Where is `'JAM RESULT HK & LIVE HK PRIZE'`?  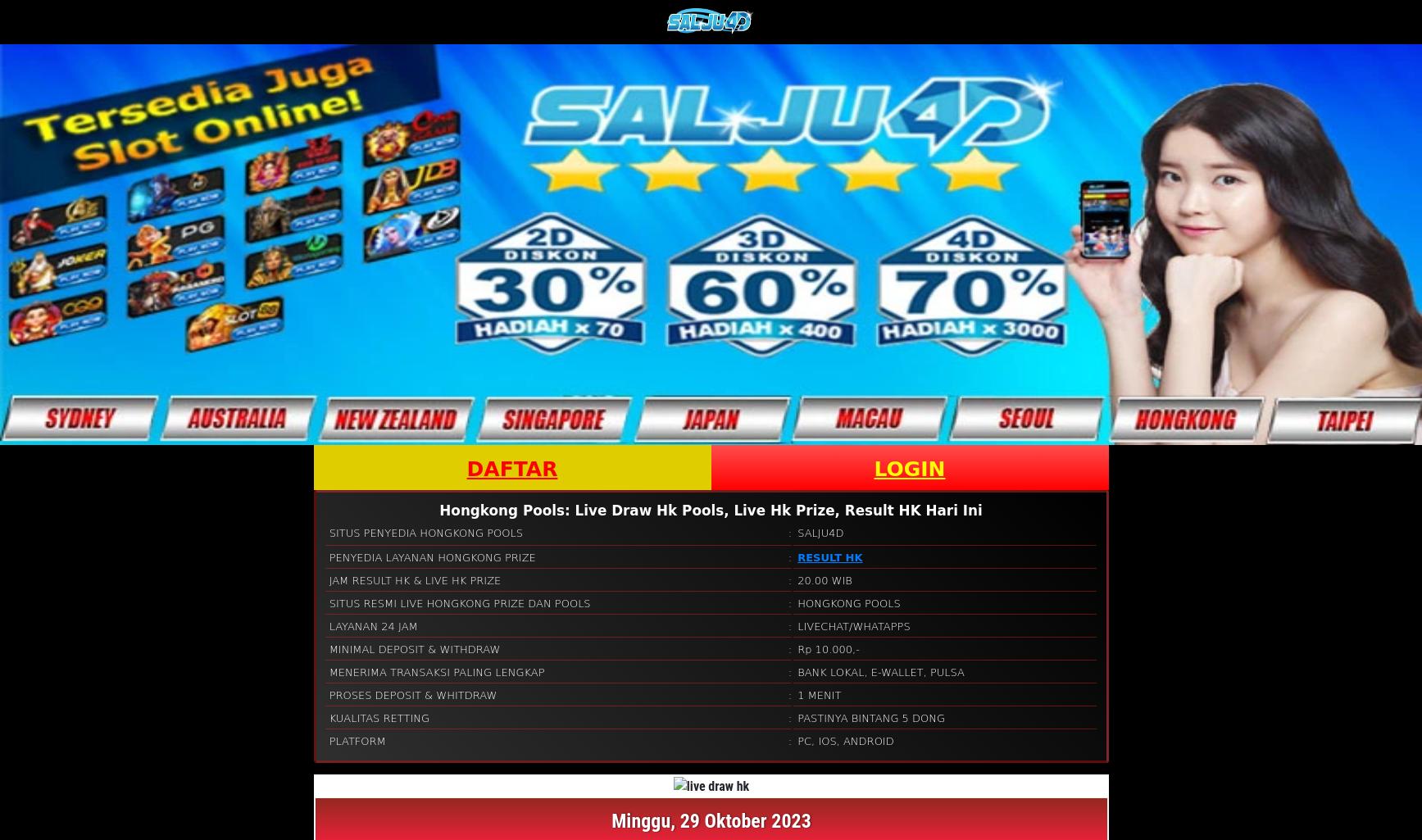
'JAM RESULT HK & LIVE HK PRIZE' is located at coordinates (414, 579).